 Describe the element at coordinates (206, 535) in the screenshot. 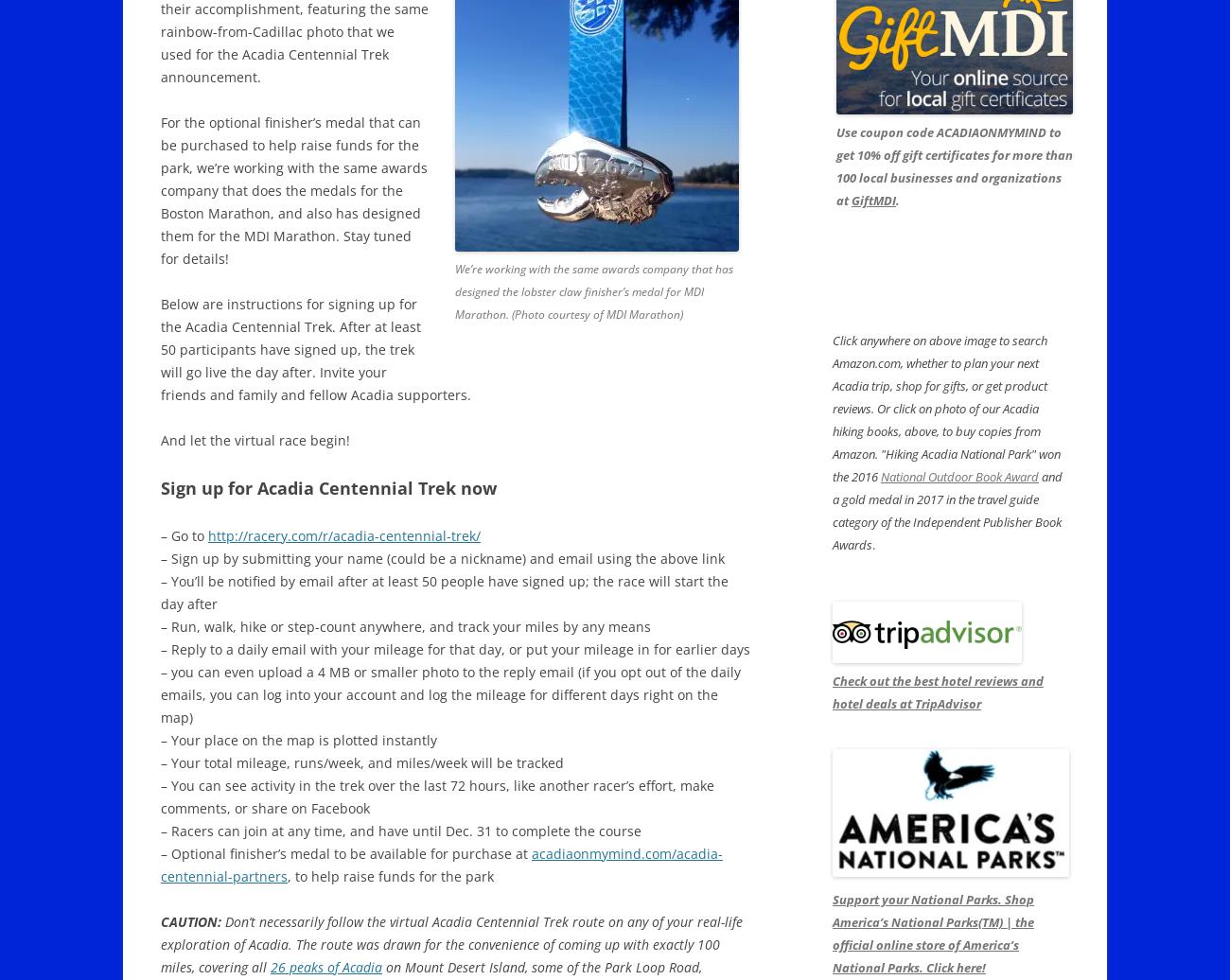

I see `'http://racery.com/r/acadia-centennial-trek/'` at that location.